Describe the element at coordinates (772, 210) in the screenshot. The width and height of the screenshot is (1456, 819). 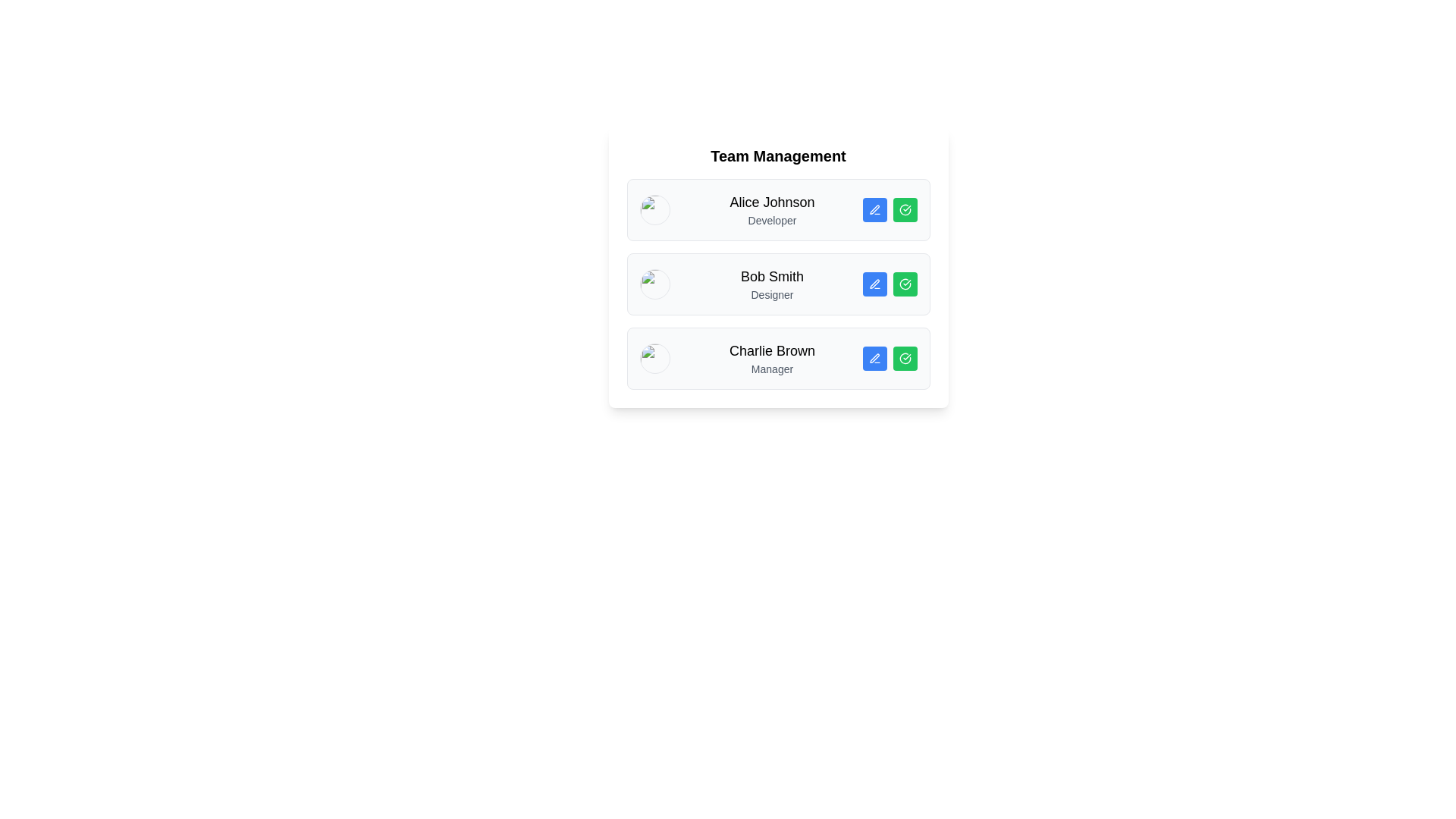
I see `informational text block displaying the name 'Alice Johnson' and role 'Developer', which is located in the first row of the team members list` at that location.